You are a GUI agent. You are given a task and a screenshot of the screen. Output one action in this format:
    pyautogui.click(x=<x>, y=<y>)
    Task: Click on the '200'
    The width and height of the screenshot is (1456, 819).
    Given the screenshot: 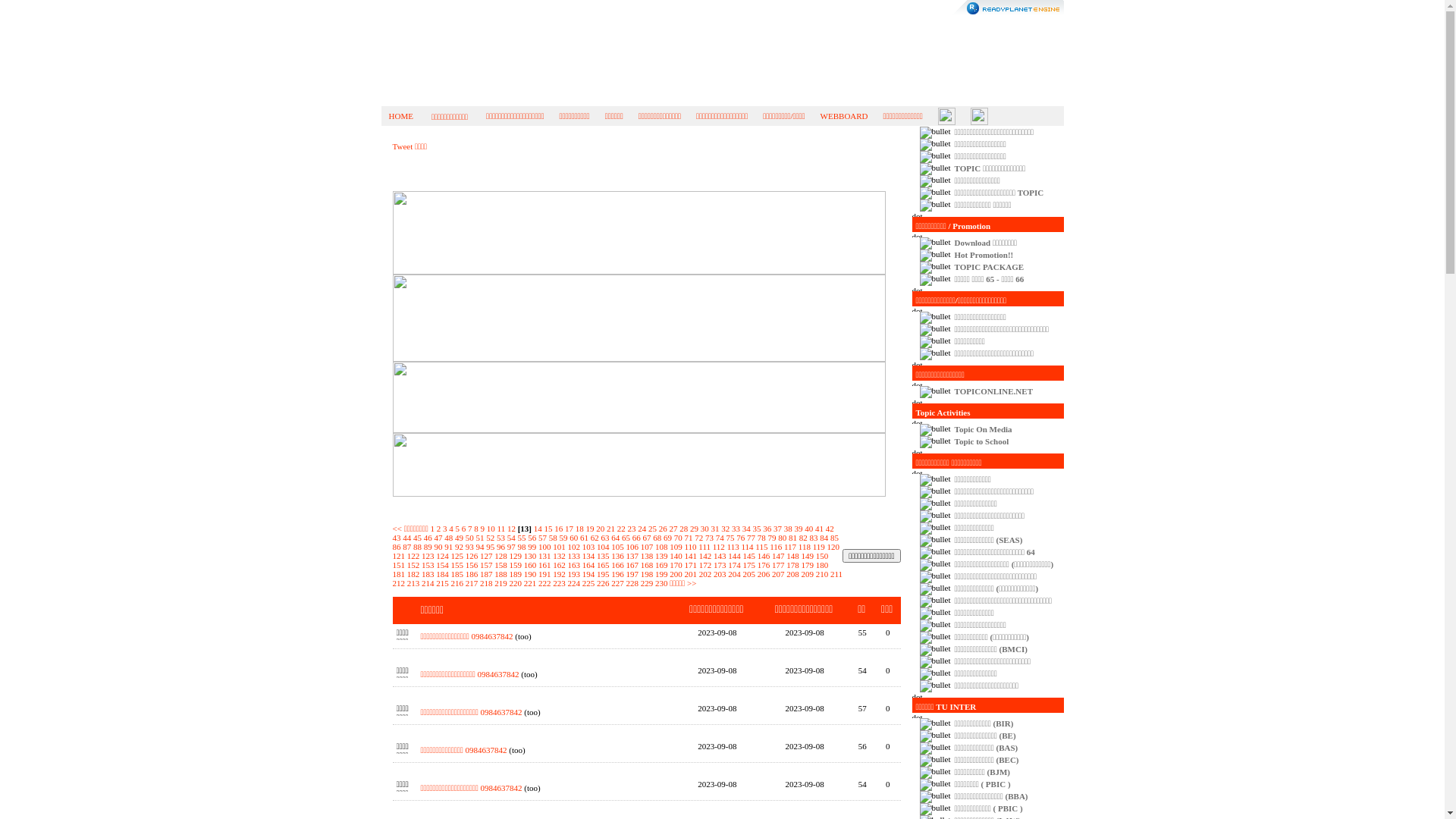 What is the action you would take?
    pyautogui.click(x=675, y=573)
    